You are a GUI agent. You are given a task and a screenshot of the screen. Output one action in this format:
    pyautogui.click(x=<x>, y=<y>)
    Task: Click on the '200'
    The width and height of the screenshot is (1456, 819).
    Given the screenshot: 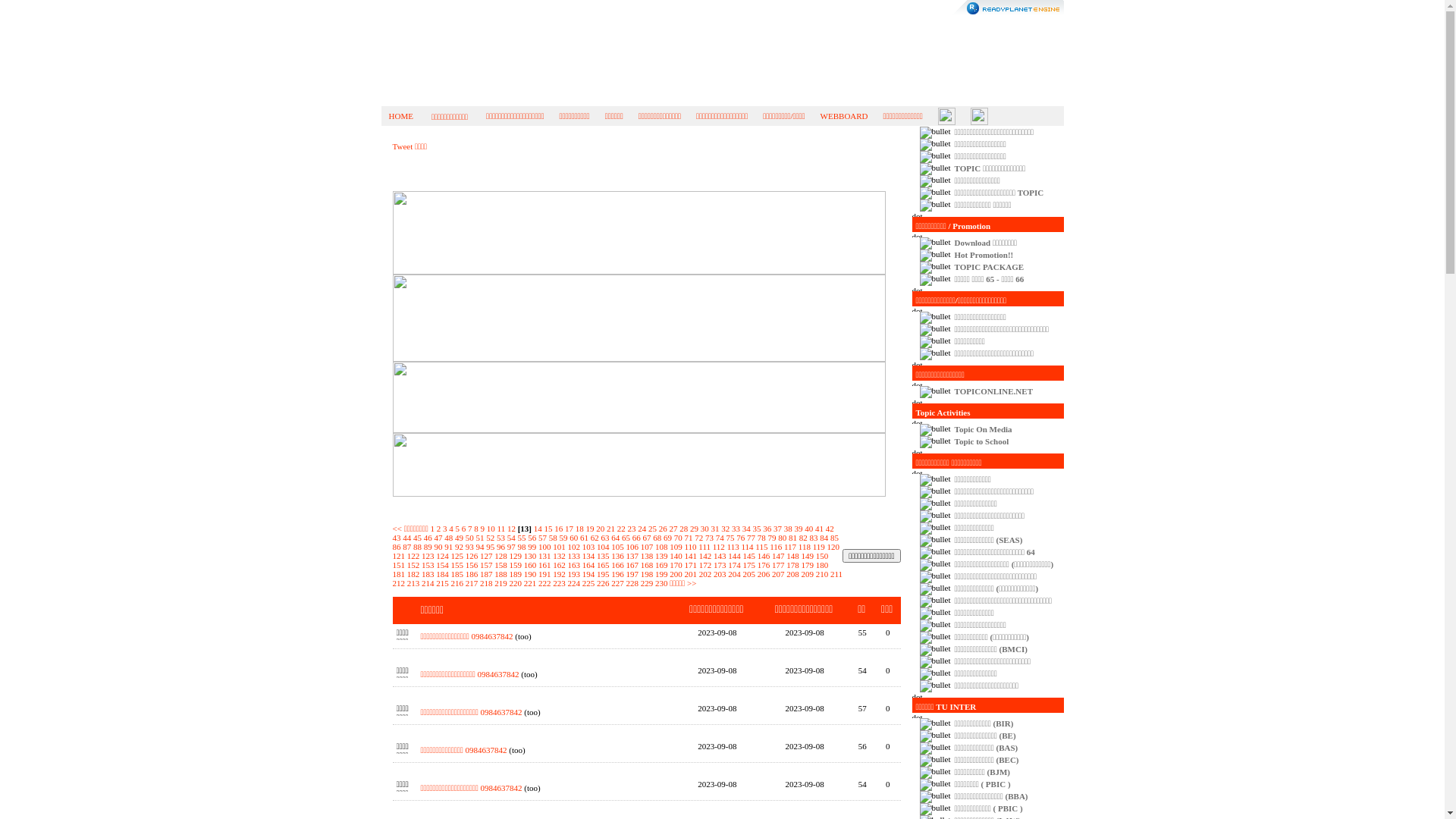 What is the action you would take?
    pyautogui.click(x=675, y=573)
    